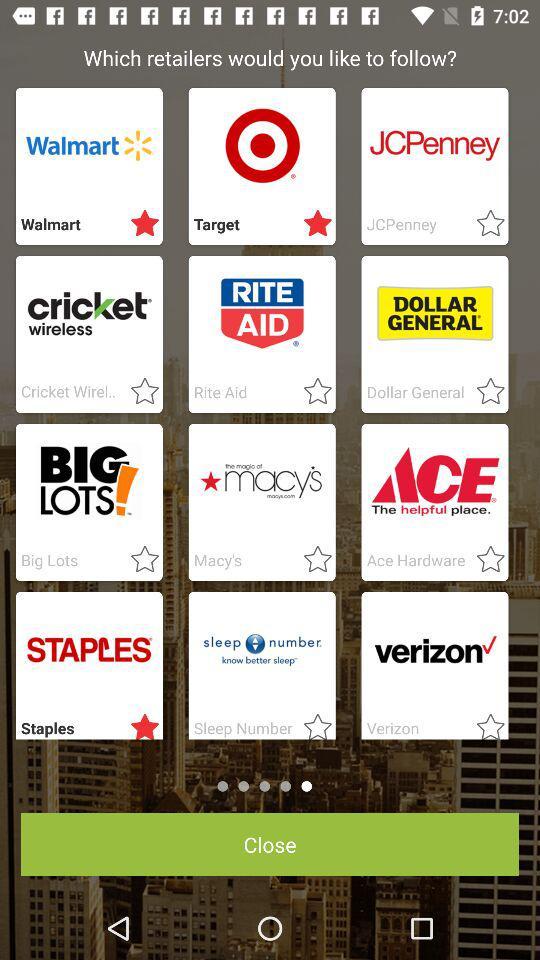  Describe the element at coordinates (483, 560) in the screenshot. I see `adds to favorites` at that location.